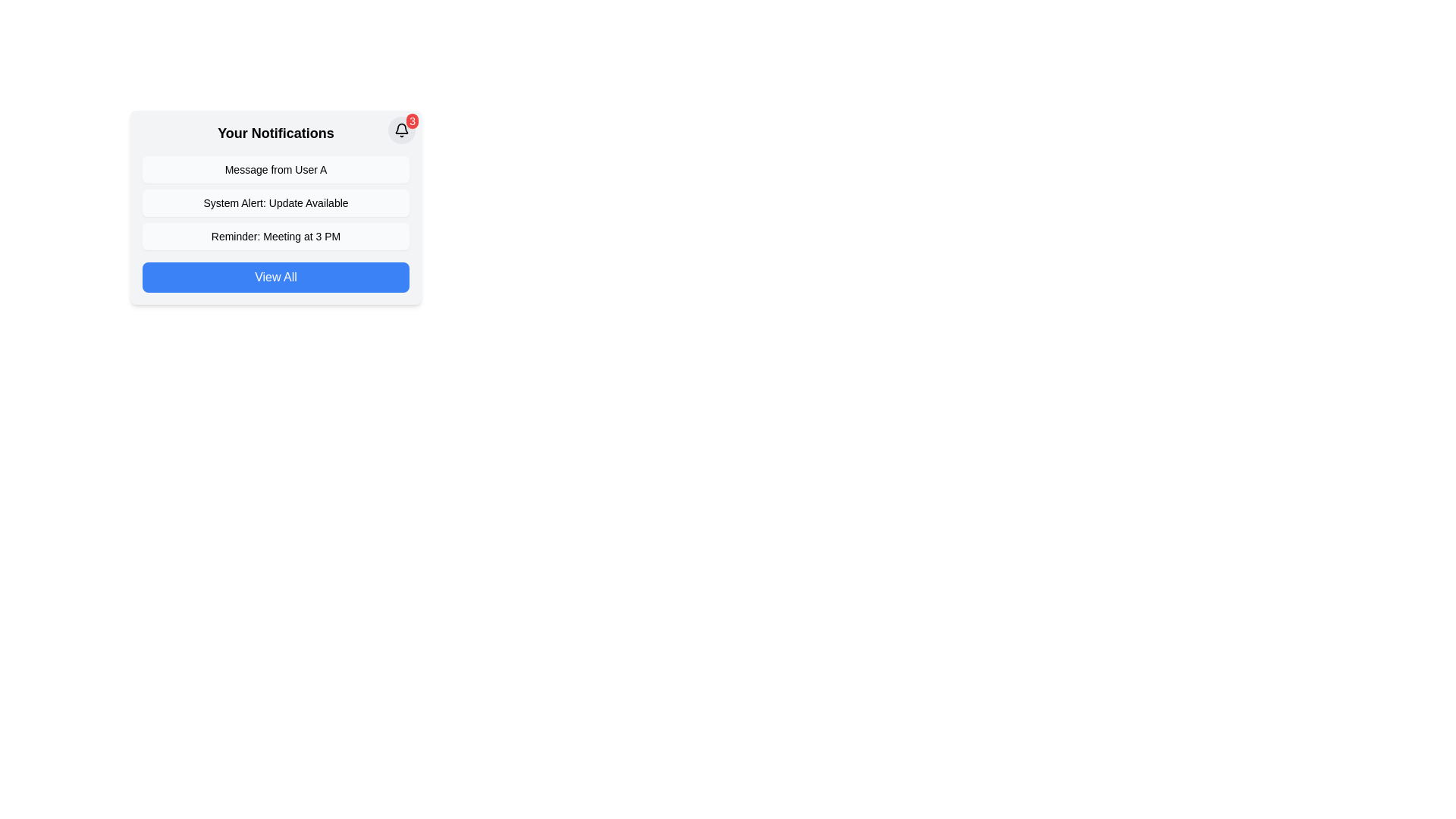 The width and height of the screenshot is (1456, 819). Describe the element at coordinates (276, 207) in the screenshot. I see `static informational text notification titled 'System Alert: Update Available', which is the third item located below two other notifications` at that location.